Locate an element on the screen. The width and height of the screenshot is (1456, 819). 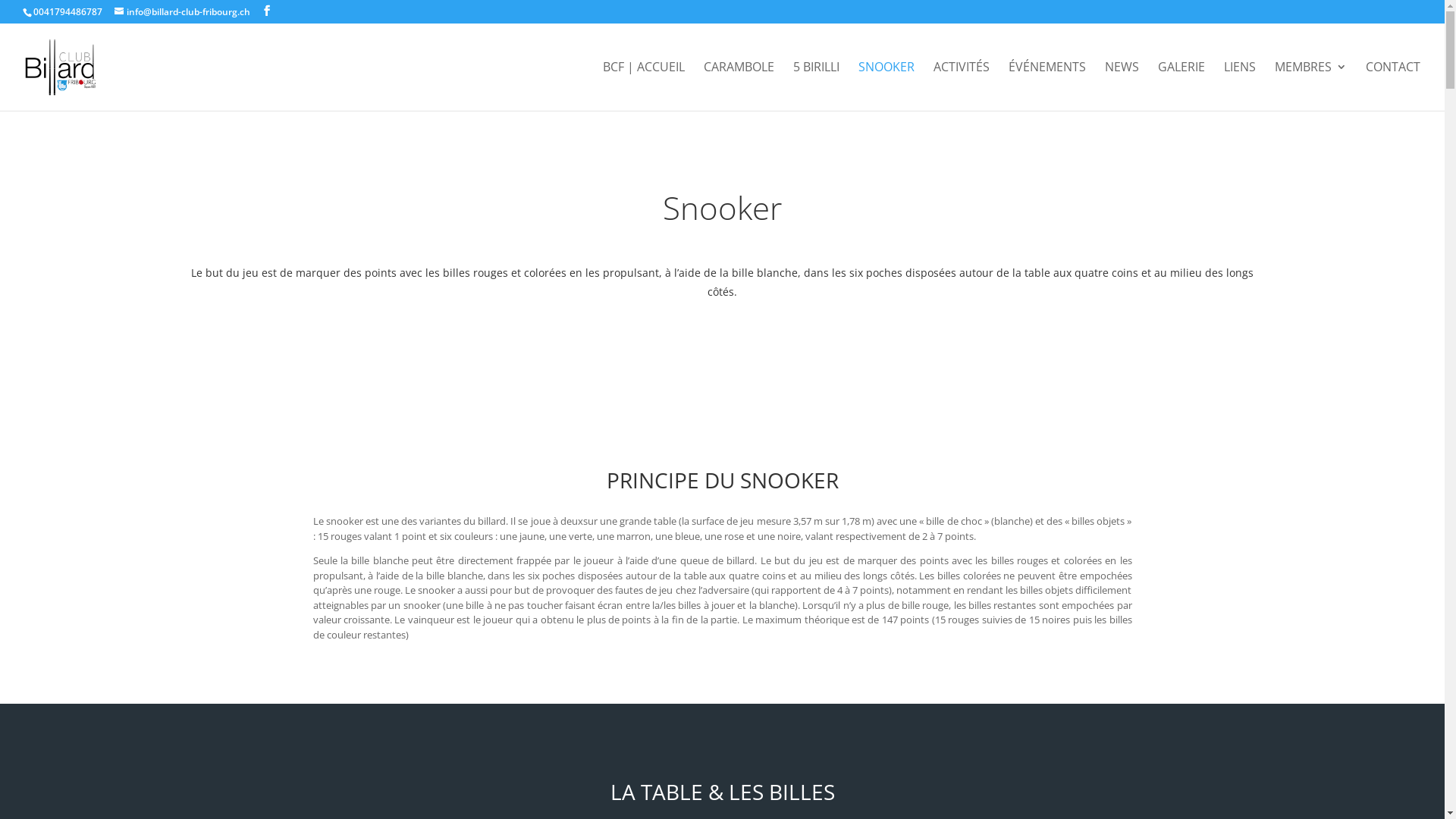
'CONTACT' is located at coordinates (1365, 86).